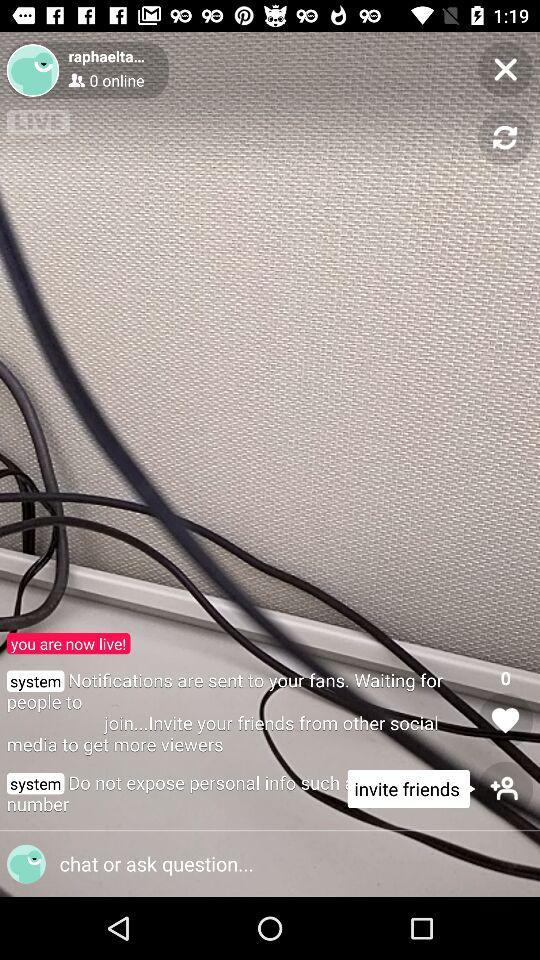  Describe the element at coordinates (262, 863) in the screenshot. I see `sharing informations` at that location.